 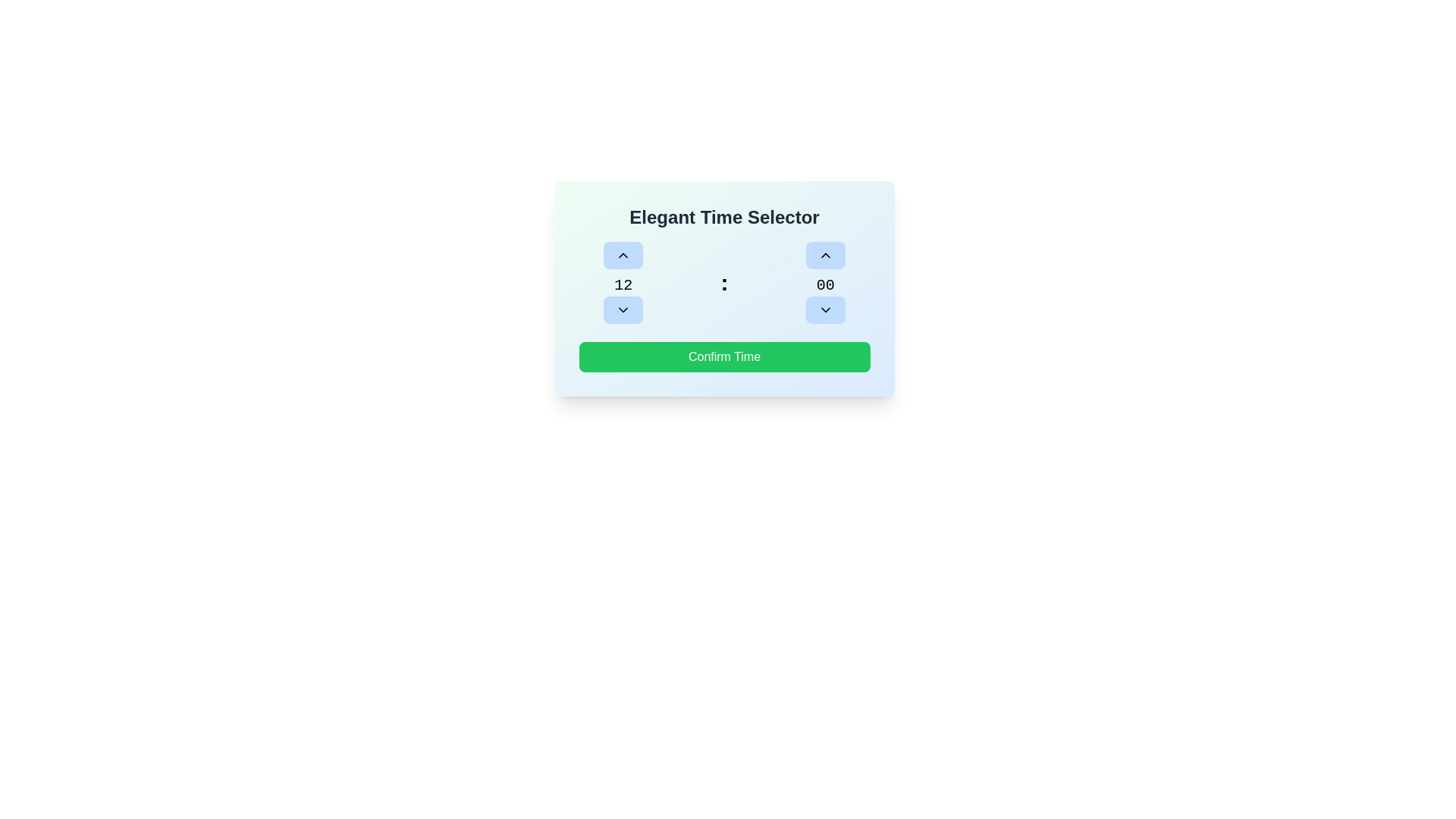 What do you see at coordinates (623, 283) in the screenshot?
I see `the Text display that shows the current hour value in the time selector interface, located in the left column of a three-column layout` at bounding box center [623, 283].